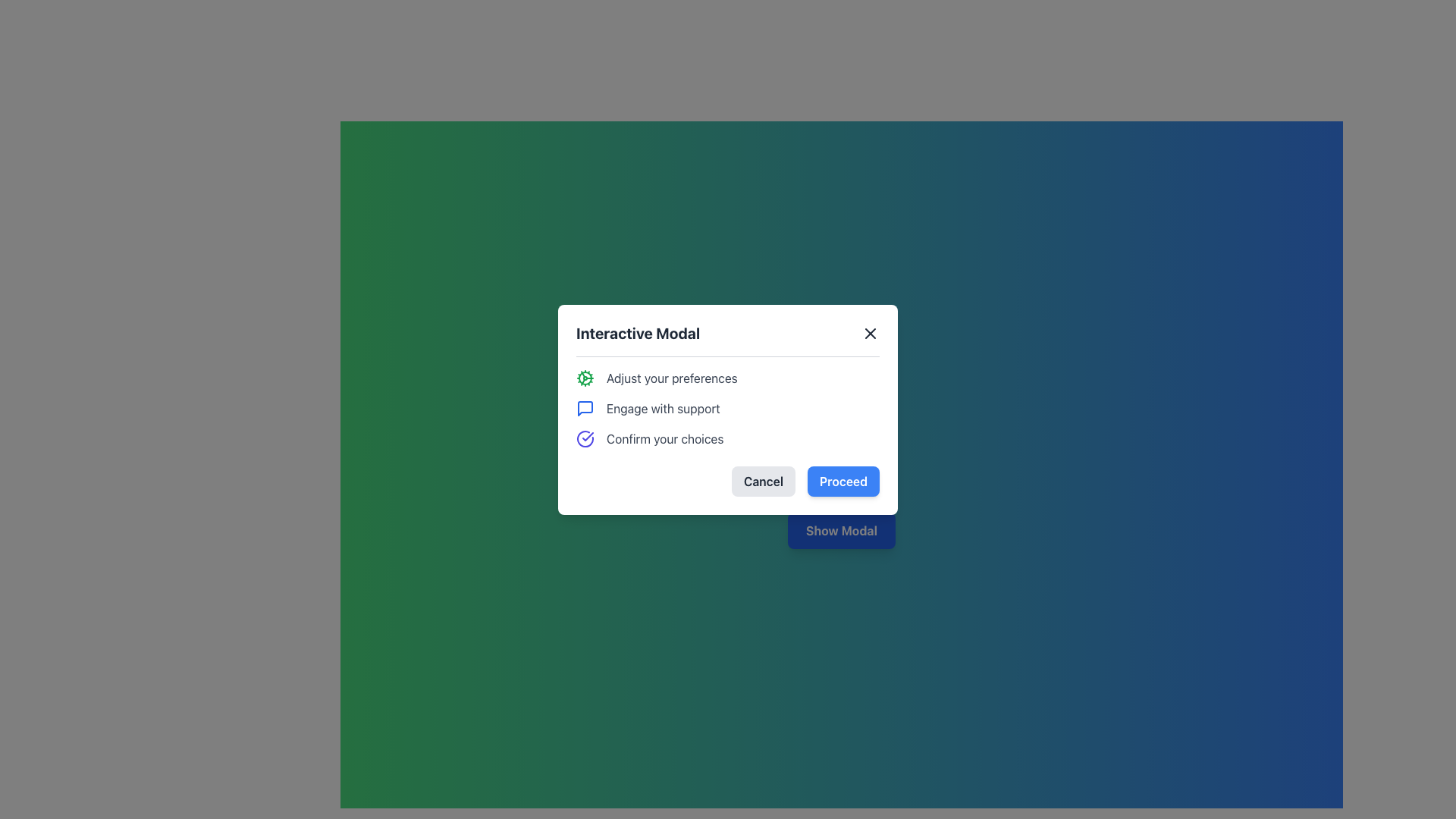 This screenshot has height=819, width=1456. I want to click on the text label displaying 'Confirm your choices' within the modal dialog box, which is the third item in a vertical sequence of options, so click(665, 438).